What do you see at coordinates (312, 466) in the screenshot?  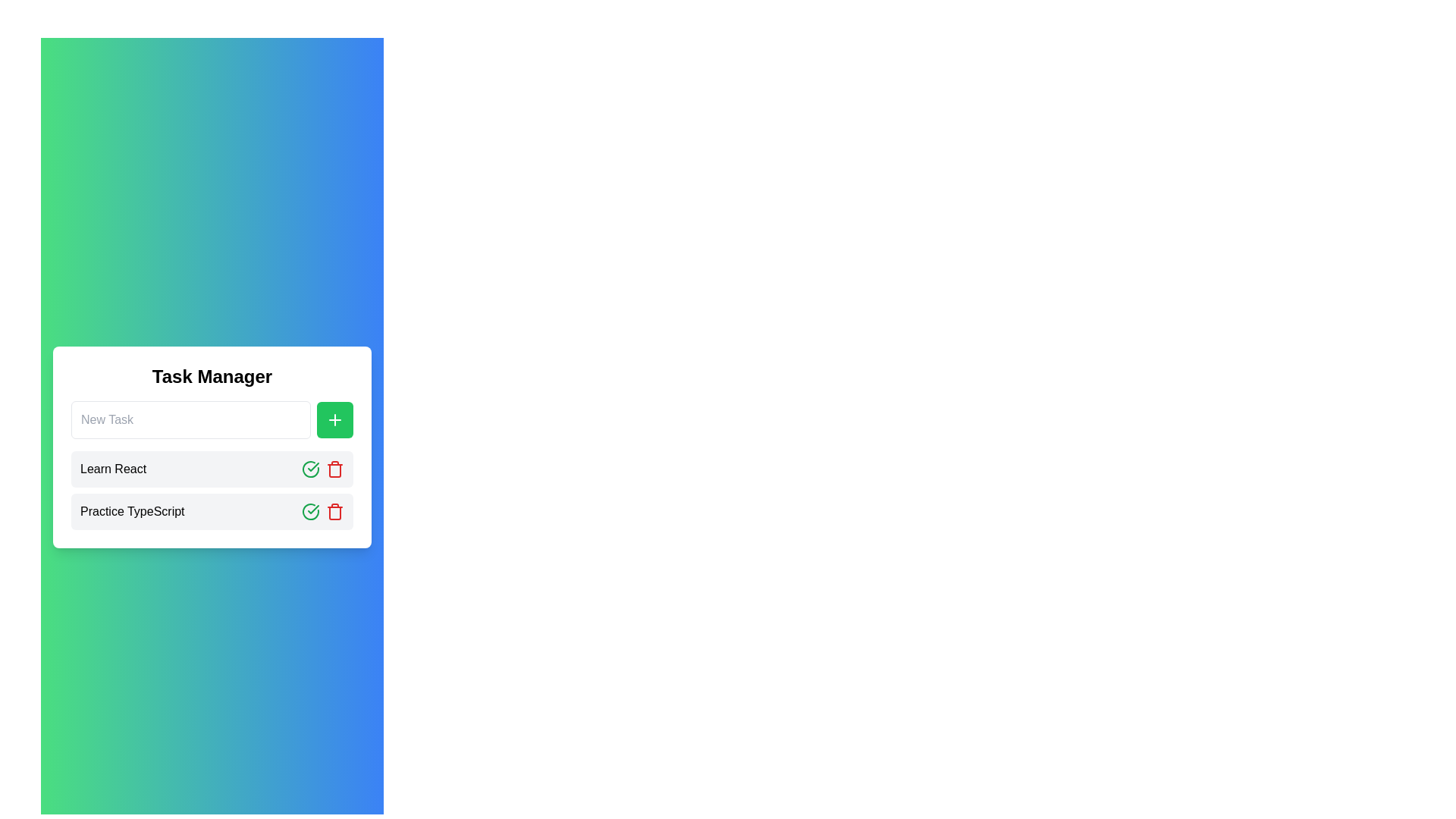 I see `the 'tick within a circle' icon button located to the right of the 'Practice TypeScript' text to possibly display a tooltip` at bounding box center [312, 466].